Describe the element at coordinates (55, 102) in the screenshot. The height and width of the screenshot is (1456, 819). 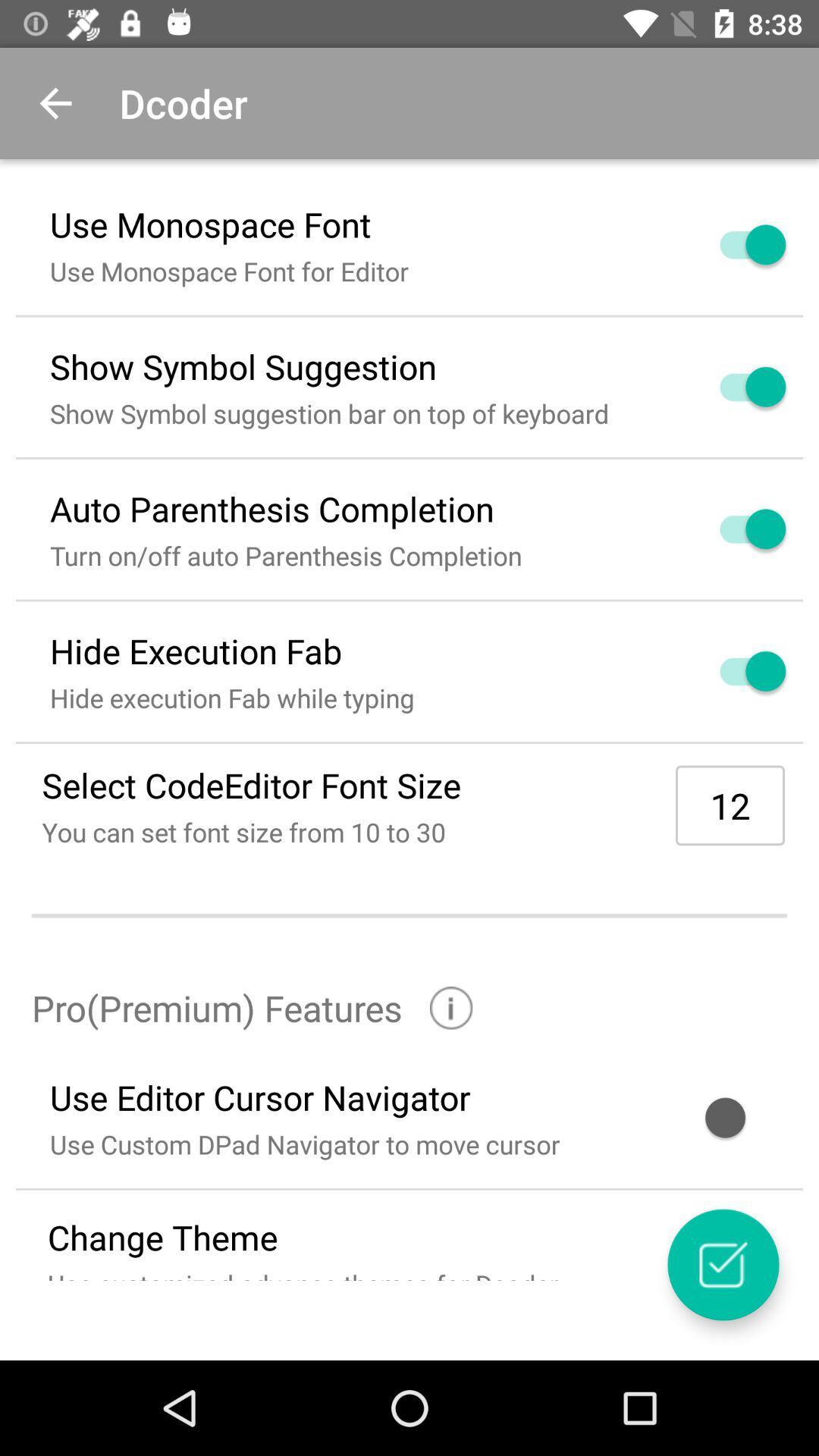
I see `the item next to the dcoder` at that location.